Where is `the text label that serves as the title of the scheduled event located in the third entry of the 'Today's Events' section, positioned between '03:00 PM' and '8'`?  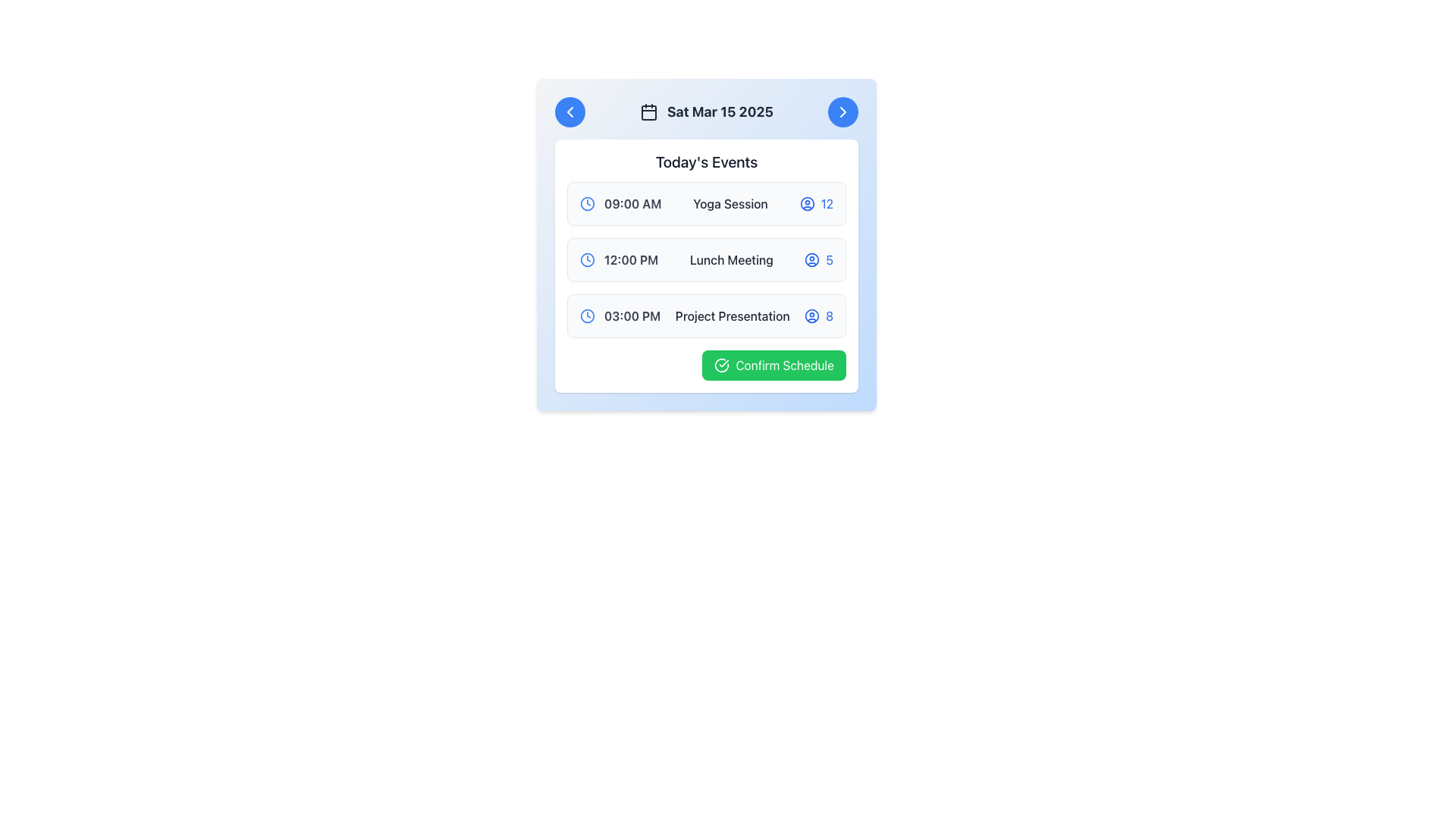
the text label that serves as the title of the scheduled event located in the third entry of the 'Today's Events' section, positioned between '03:00 PM' and '8' is located at coordinates (733, 315).